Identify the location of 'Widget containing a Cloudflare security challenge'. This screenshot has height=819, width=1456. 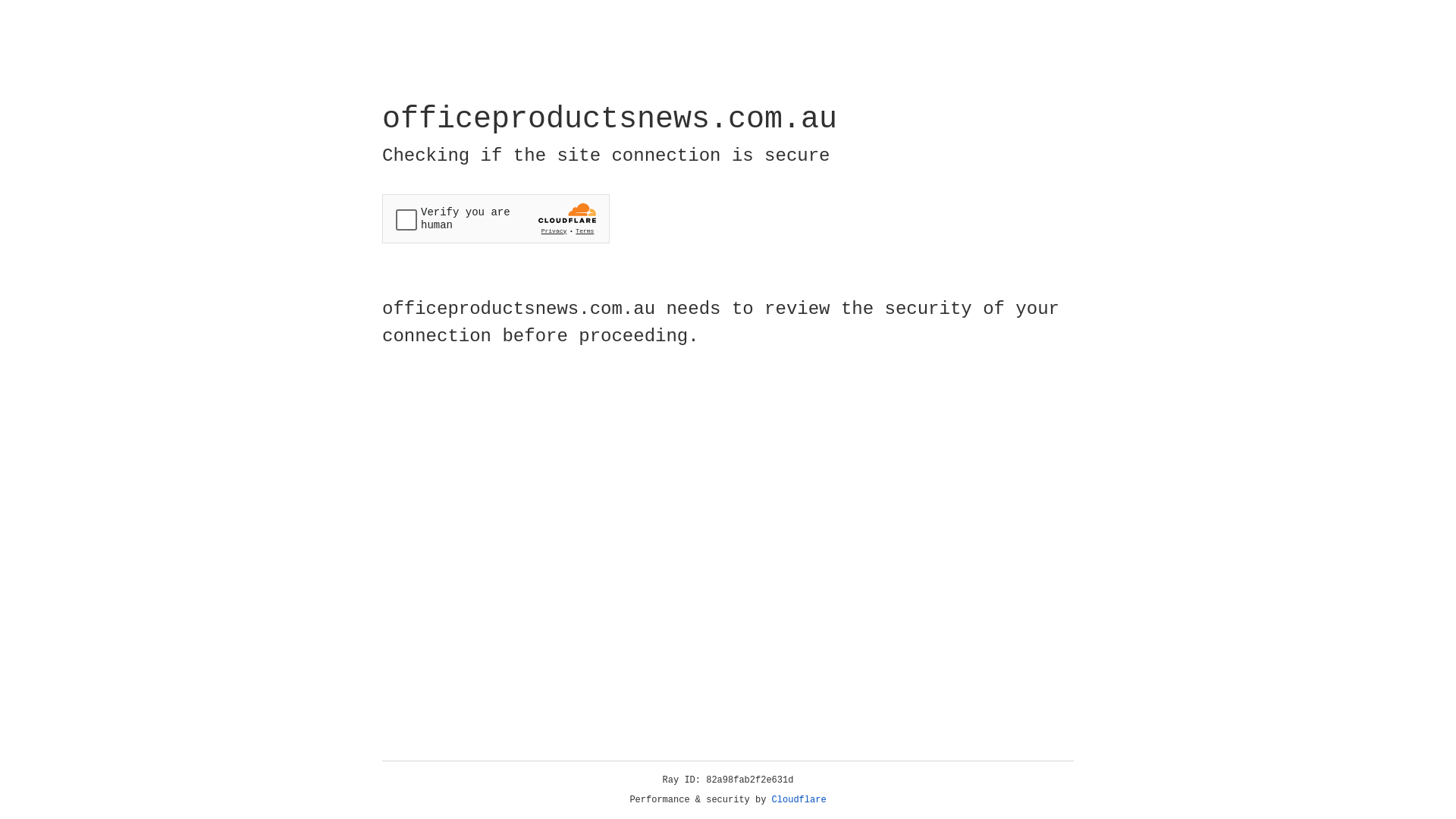
(495, 218).